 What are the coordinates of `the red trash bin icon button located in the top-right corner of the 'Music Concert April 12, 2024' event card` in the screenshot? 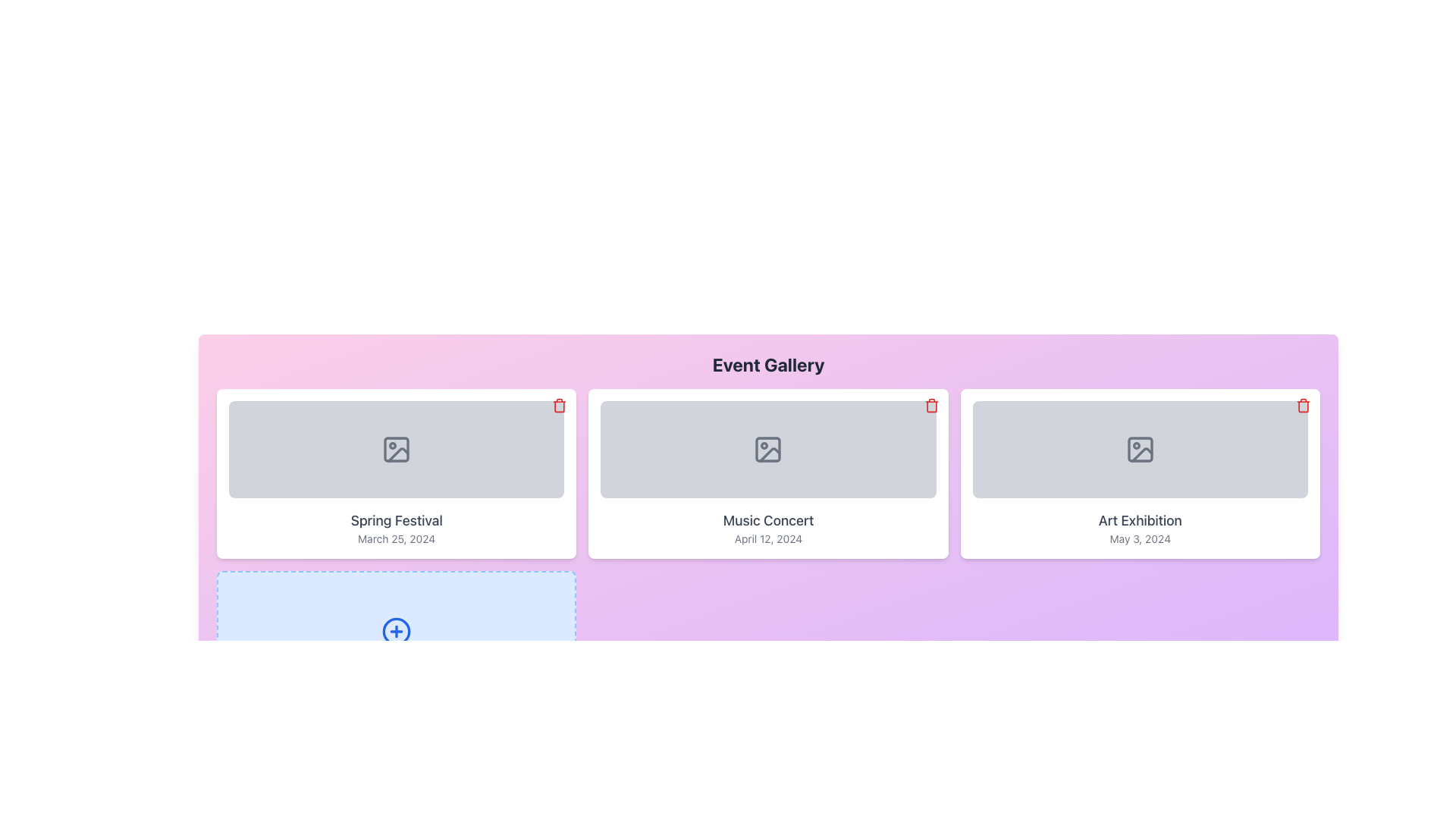 It's located at (930, 405).